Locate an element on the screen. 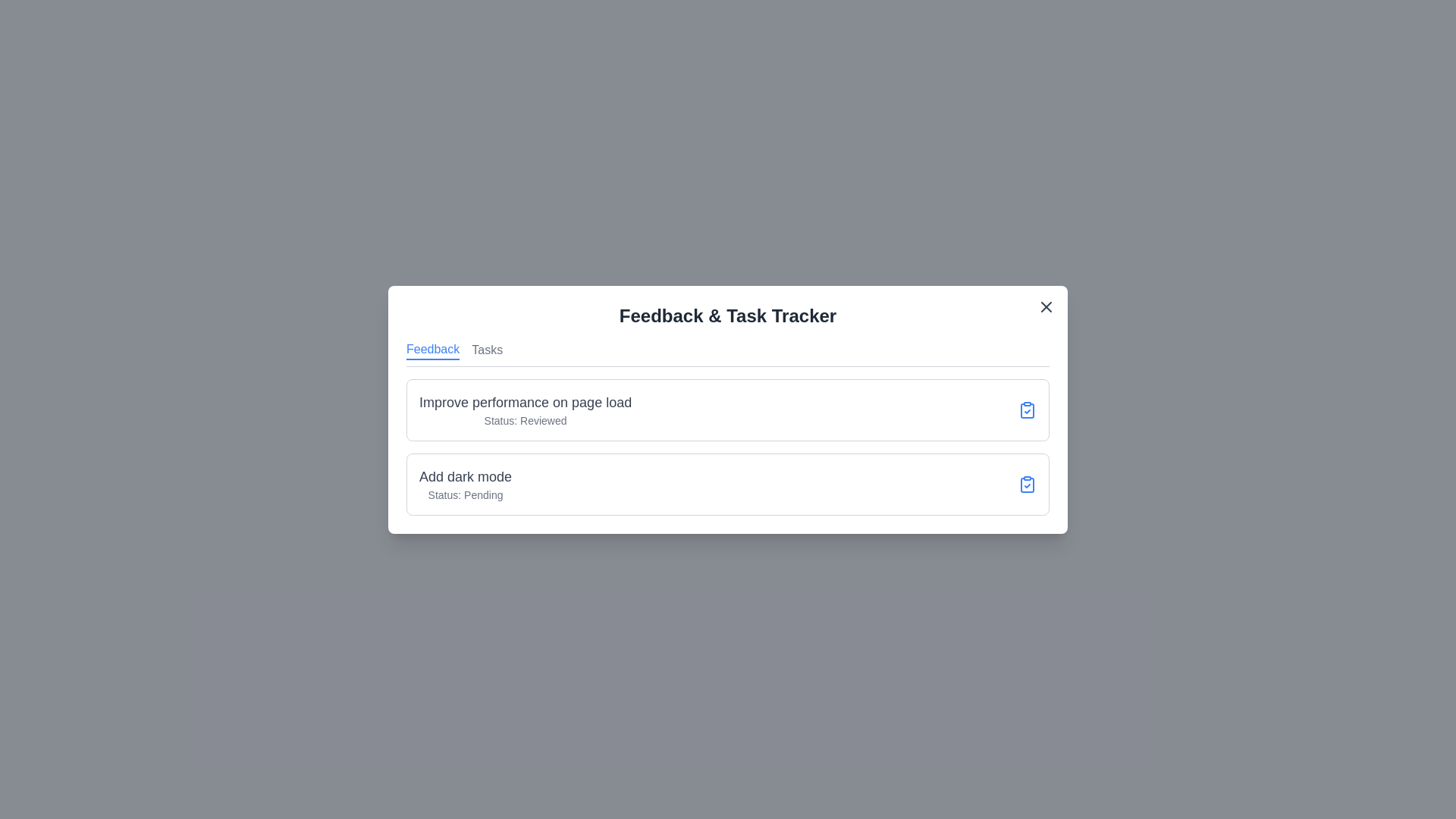  the button located at the far-right edge of the task card titled 'Add dark mode' is located at coordinates (1027, 483).